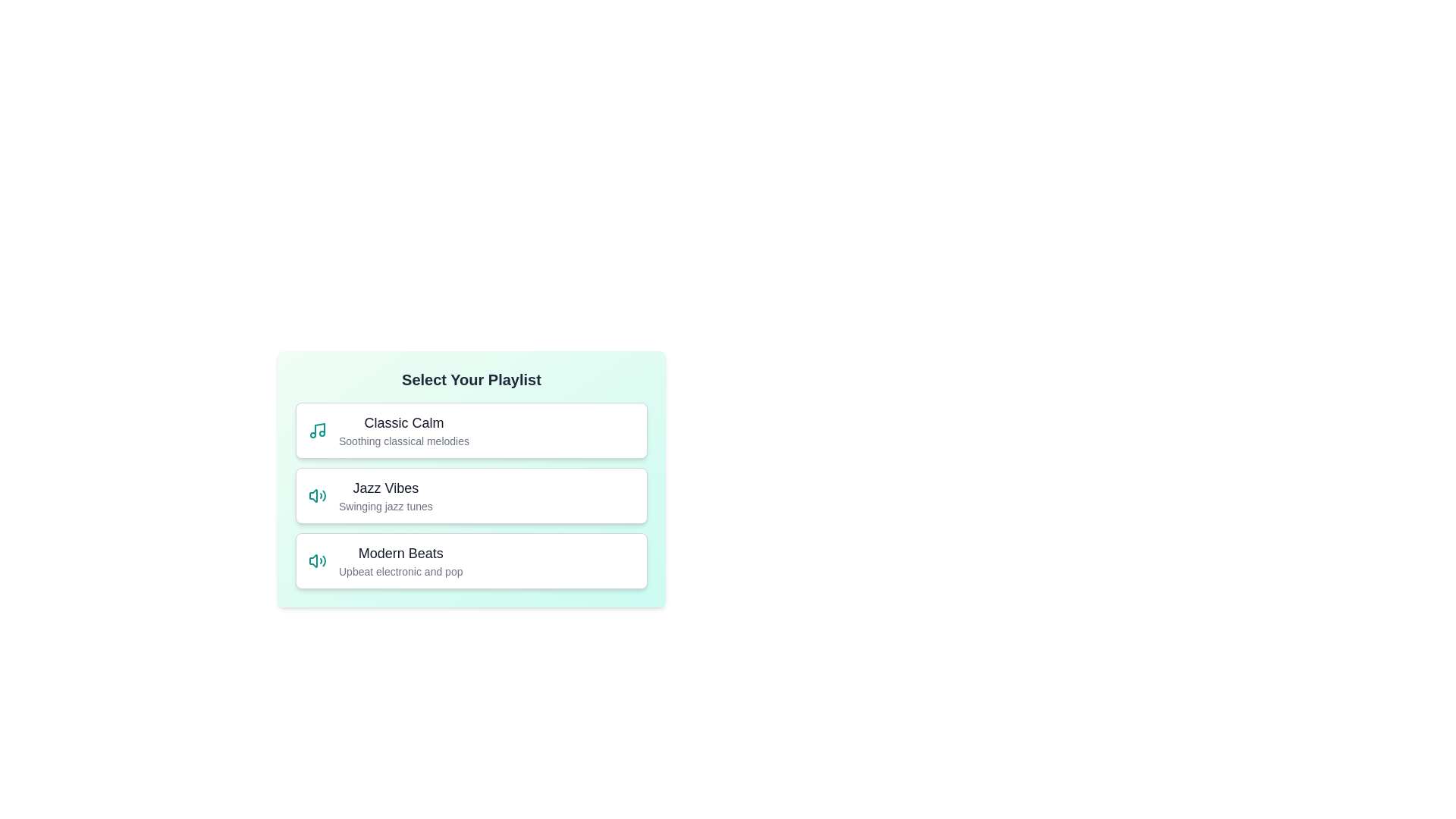 This screenshot has width=1456, height=819. Describe the element at coordinates (385, 496) in the screenshot. I see `the 'Jazz Vibes' text block element, which displays 'Jazz Vibes' in bold and 'Swinging jazz tunes' in a smaller font, located in the middle entry of the playlist selection interface` at that location.